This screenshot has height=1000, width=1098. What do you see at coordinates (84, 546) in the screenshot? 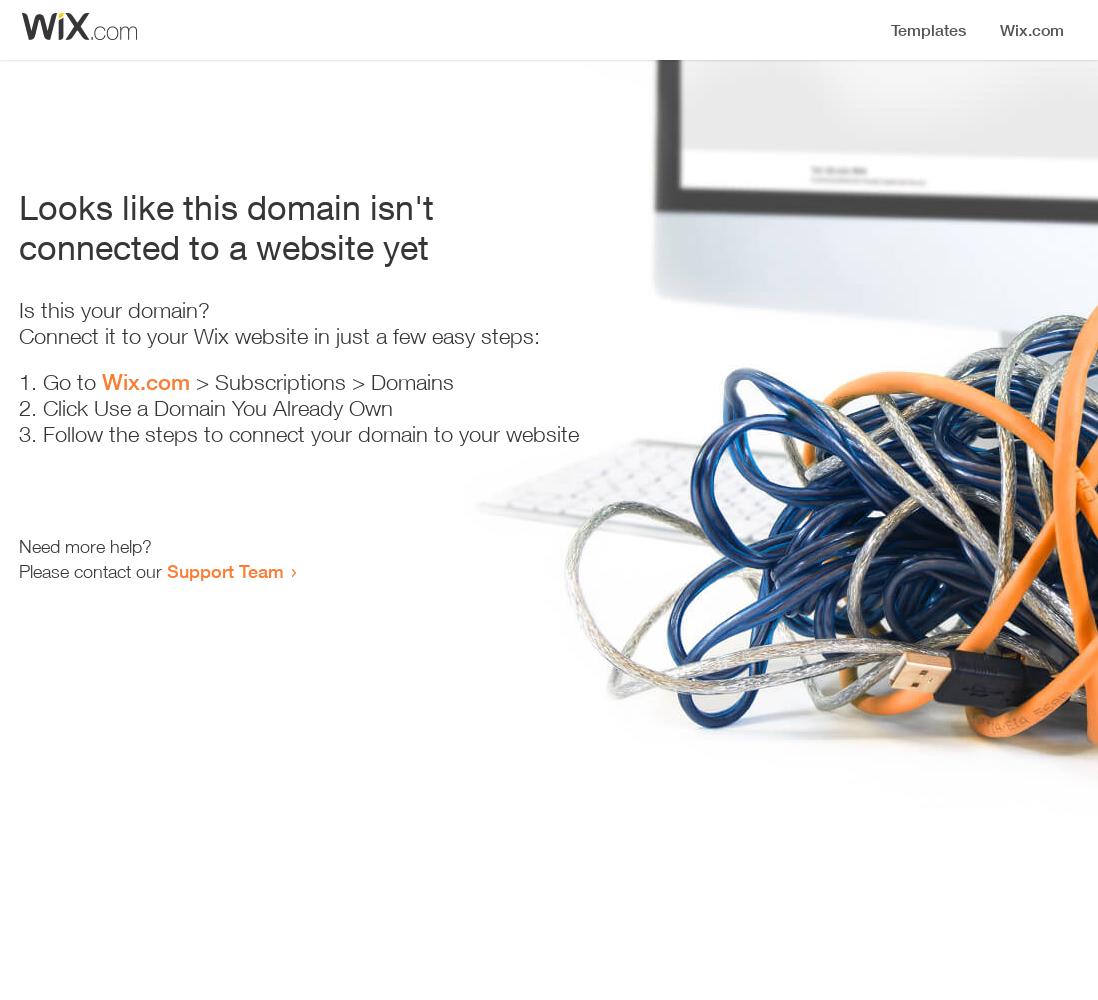
I see `'Need more help?'` at bounding box center [84, 546].